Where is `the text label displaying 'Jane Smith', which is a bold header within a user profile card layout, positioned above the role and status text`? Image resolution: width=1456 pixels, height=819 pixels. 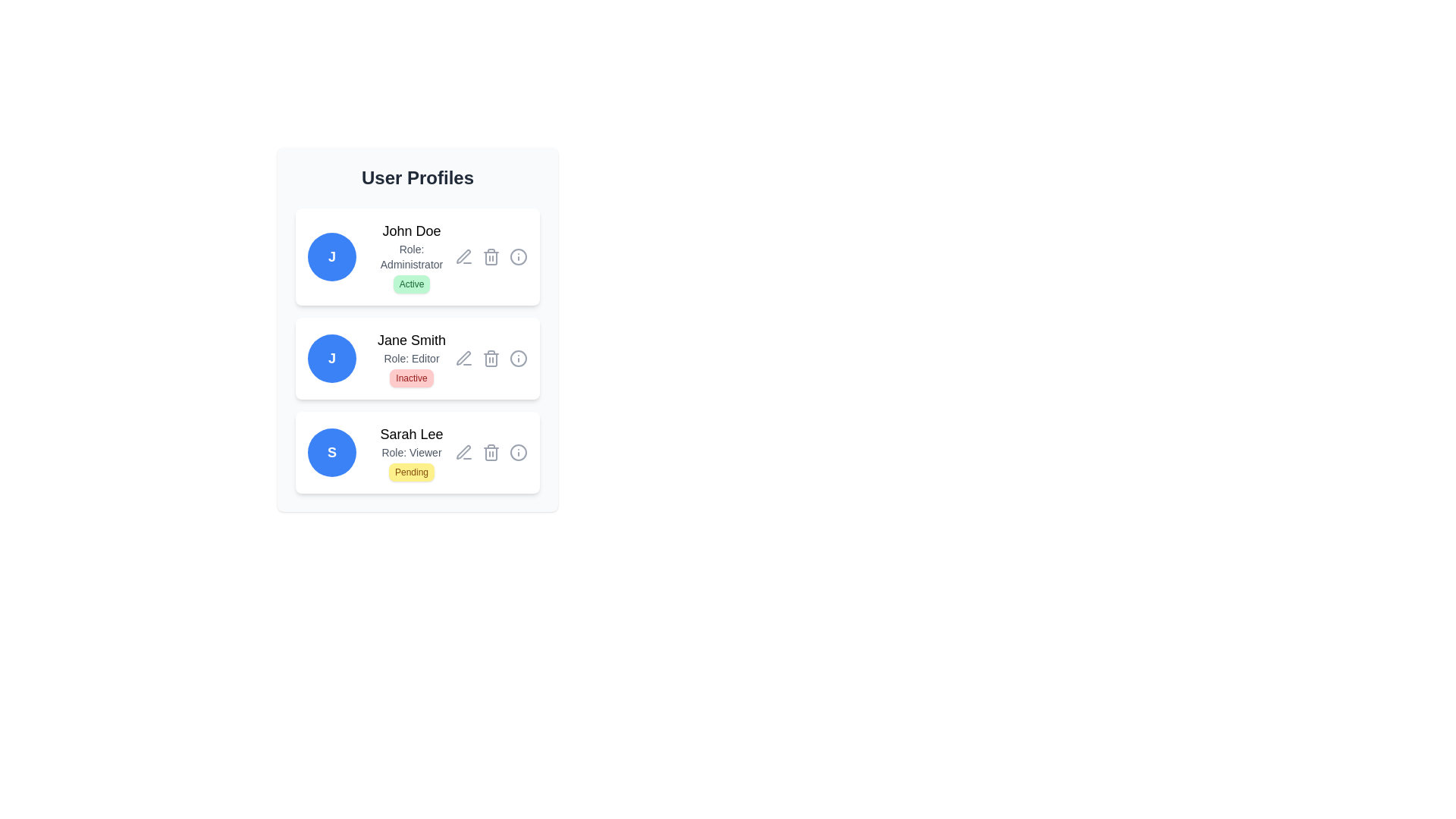
the text label displaying 'Jane Smith', which is a bold header within a user profile card layout, positioned above the role and status text is located at coordinates (411, 339).